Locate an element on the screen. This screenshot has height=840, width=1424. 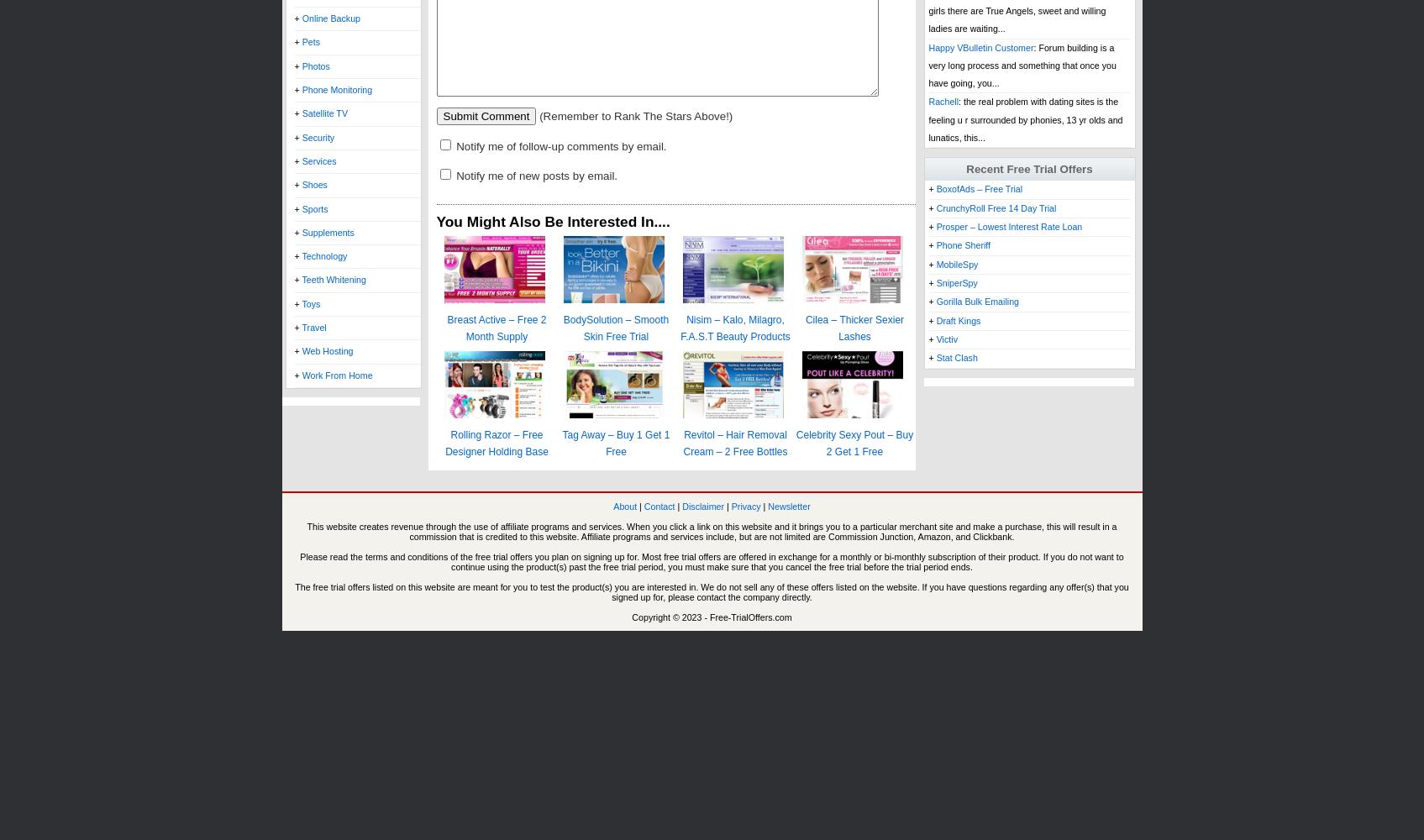
'Services' is located at coordinates (318, 160).